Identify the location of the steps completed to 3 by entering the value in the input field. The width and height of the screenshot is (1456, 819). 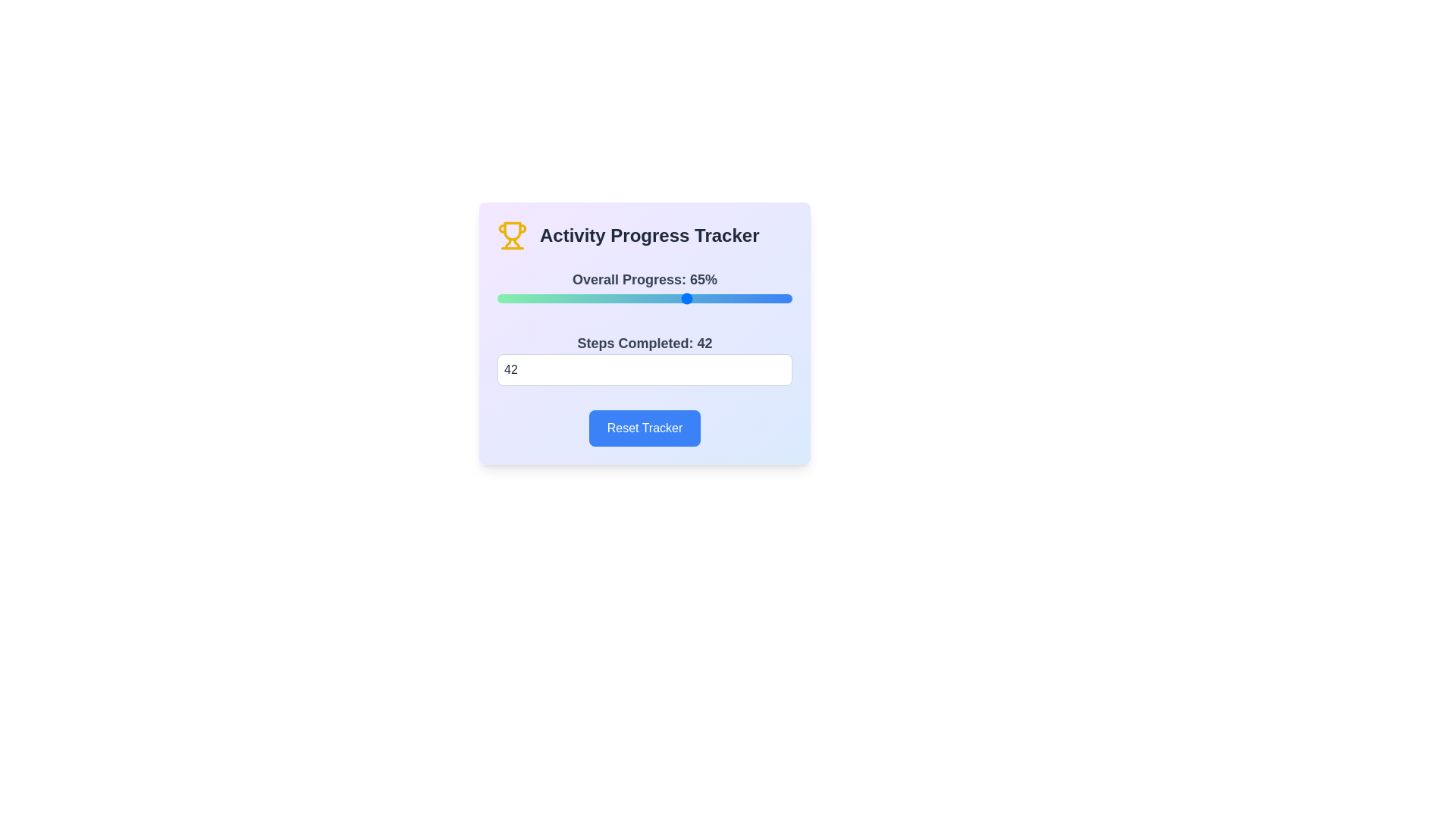
(645, 370).